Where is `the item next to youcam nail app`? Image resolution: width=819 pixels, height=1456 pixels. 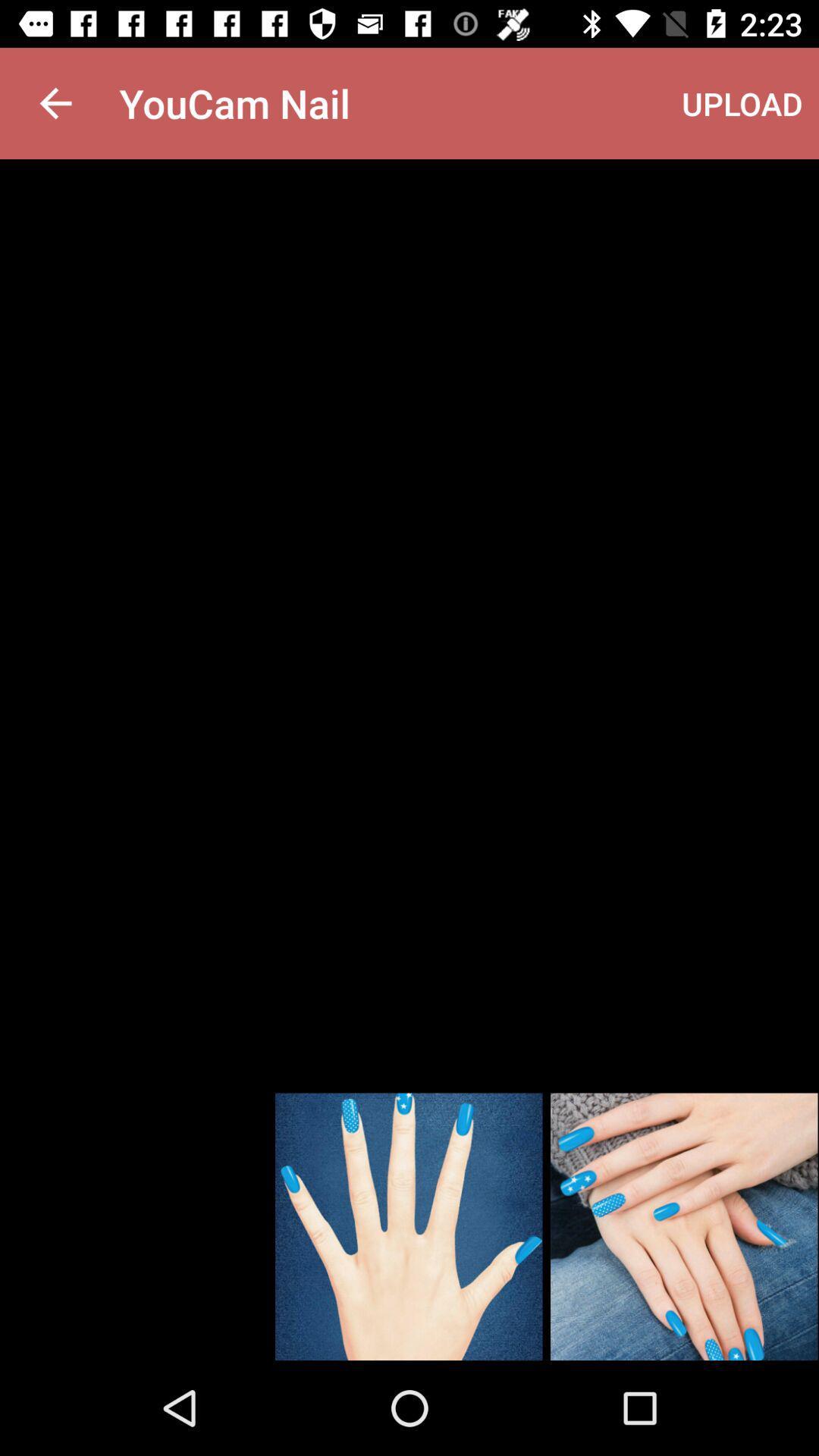 the item next to youcam nail app is located at coordinates (55, 102).